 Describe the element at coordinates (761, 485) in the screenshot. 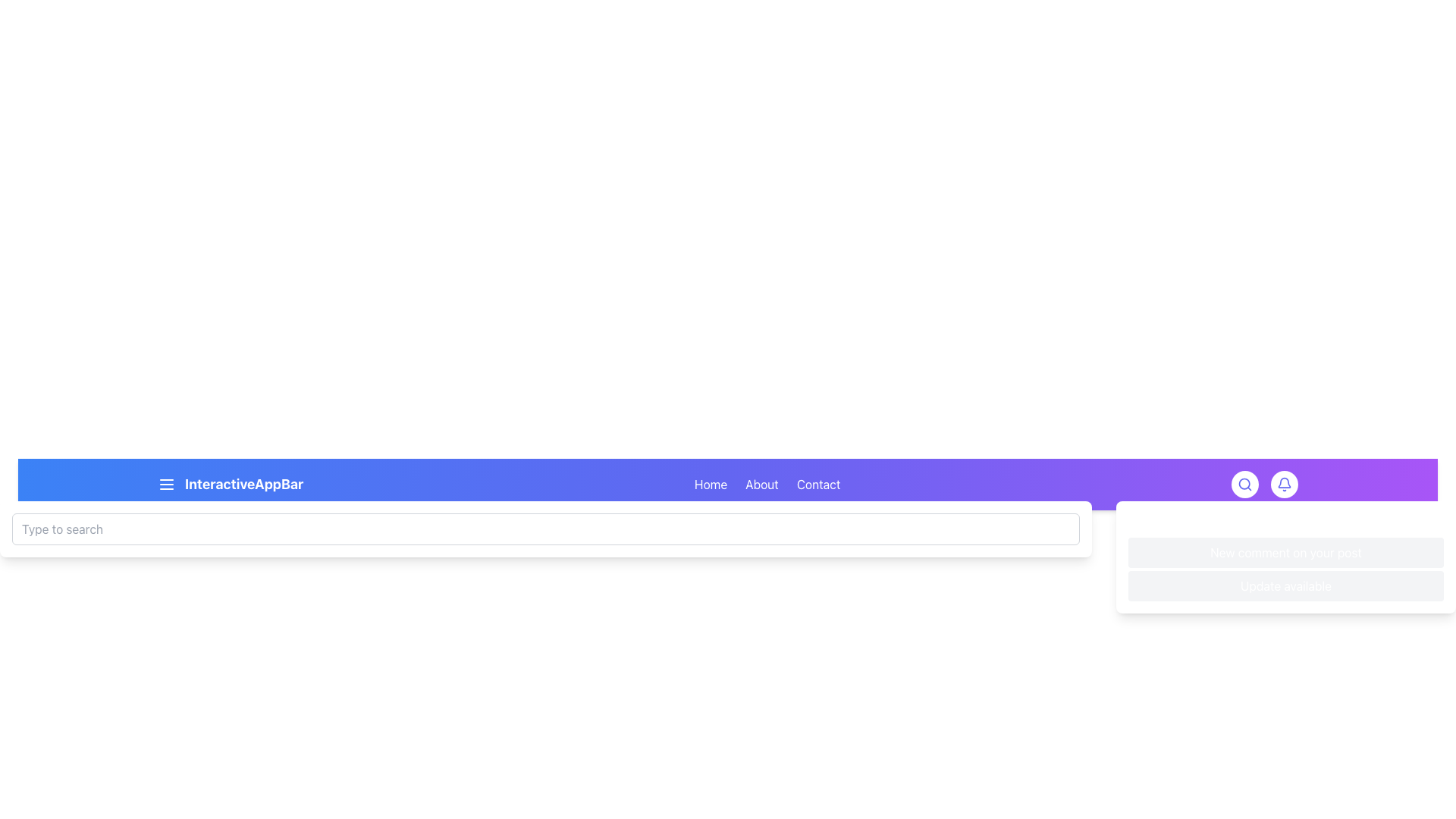

I see `the 'About' hyperlink located in the top-right navigation group` at that location.